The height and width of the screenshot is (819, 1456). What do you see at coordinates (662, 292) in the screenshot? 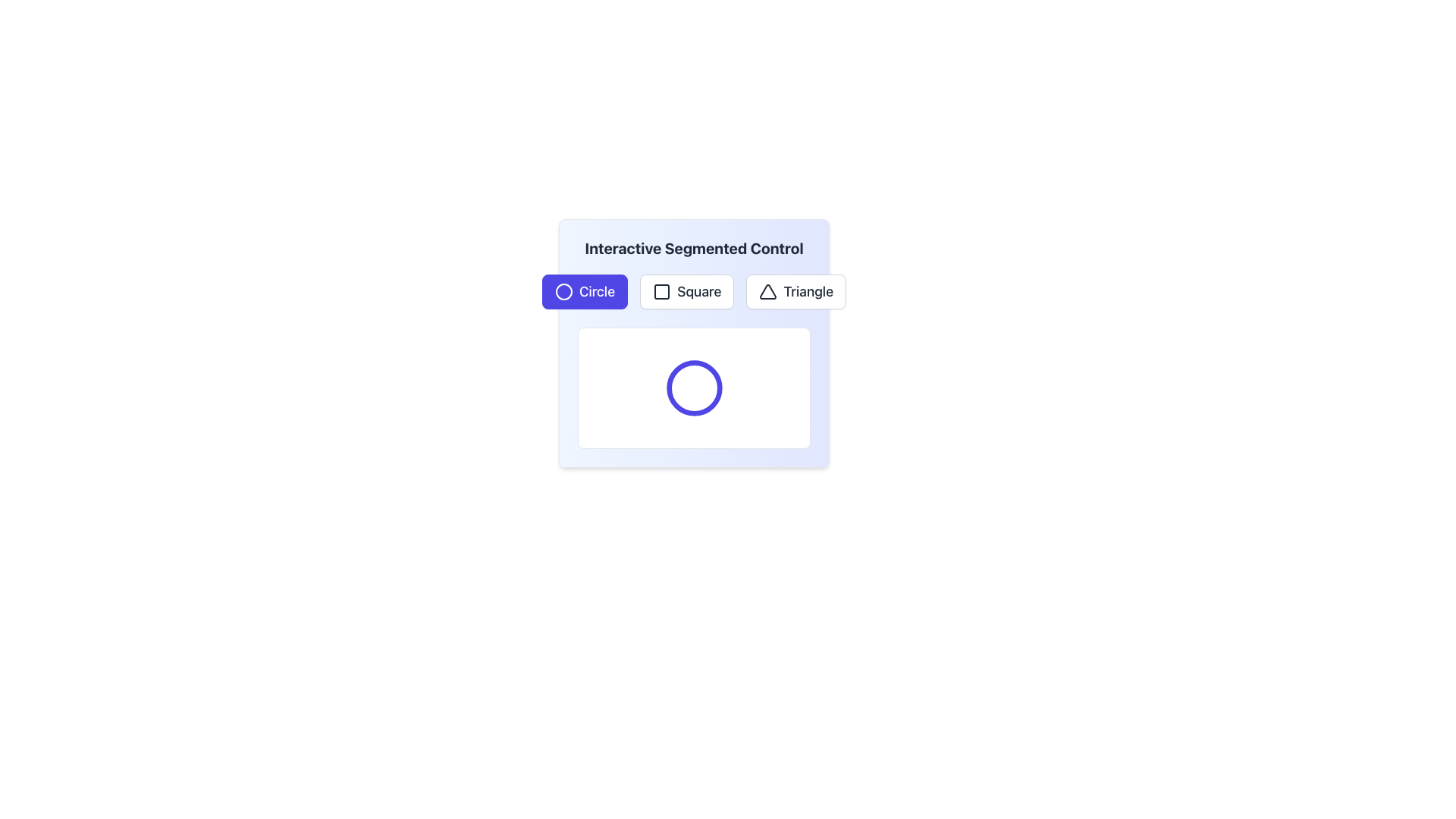
I see `the 'Square' icon in the segmented control to provide additional visual feedback` at bounding box center [662, 292].